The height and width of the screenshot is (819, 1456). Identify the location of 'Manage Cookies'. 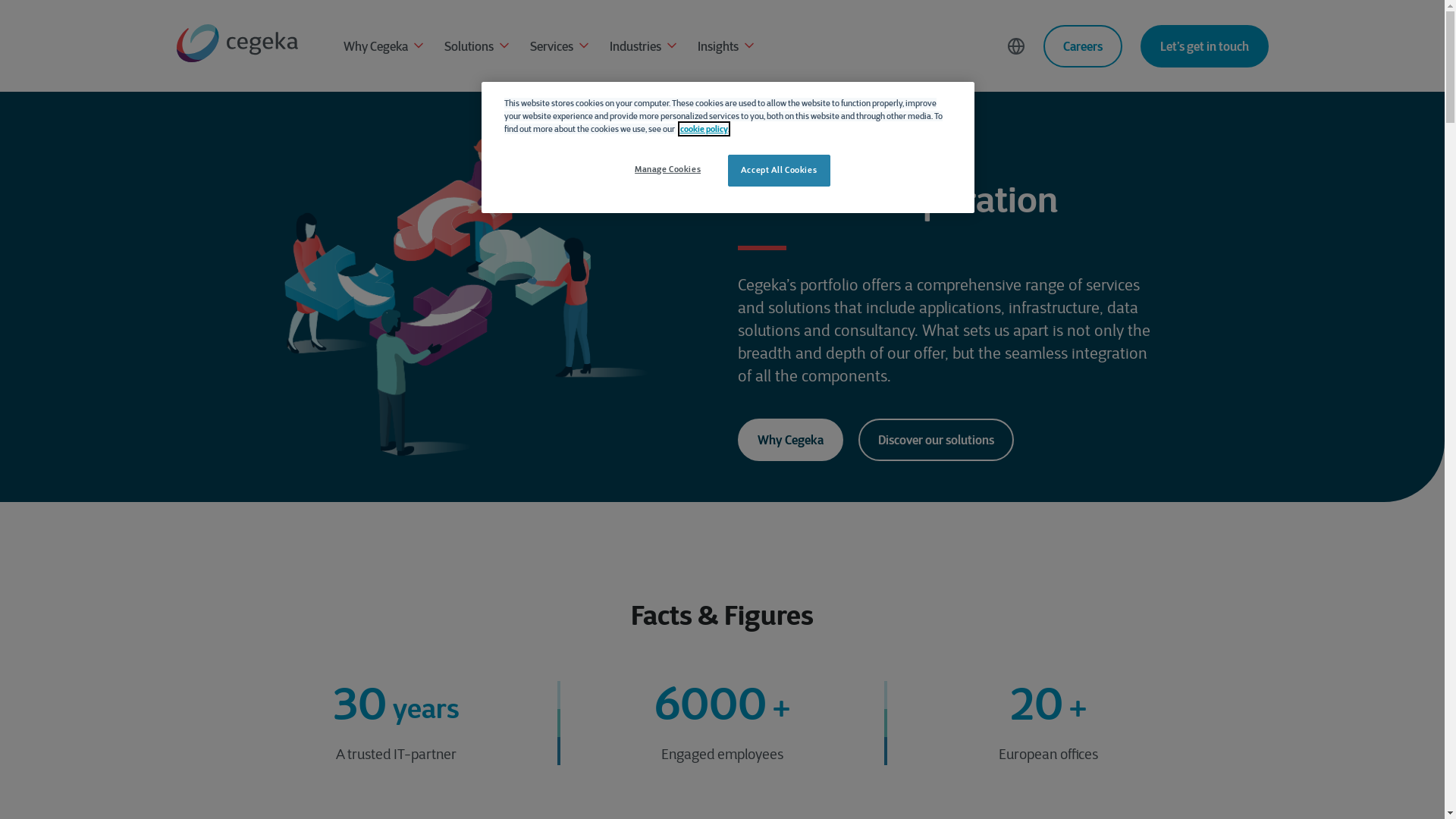
(667, 169).